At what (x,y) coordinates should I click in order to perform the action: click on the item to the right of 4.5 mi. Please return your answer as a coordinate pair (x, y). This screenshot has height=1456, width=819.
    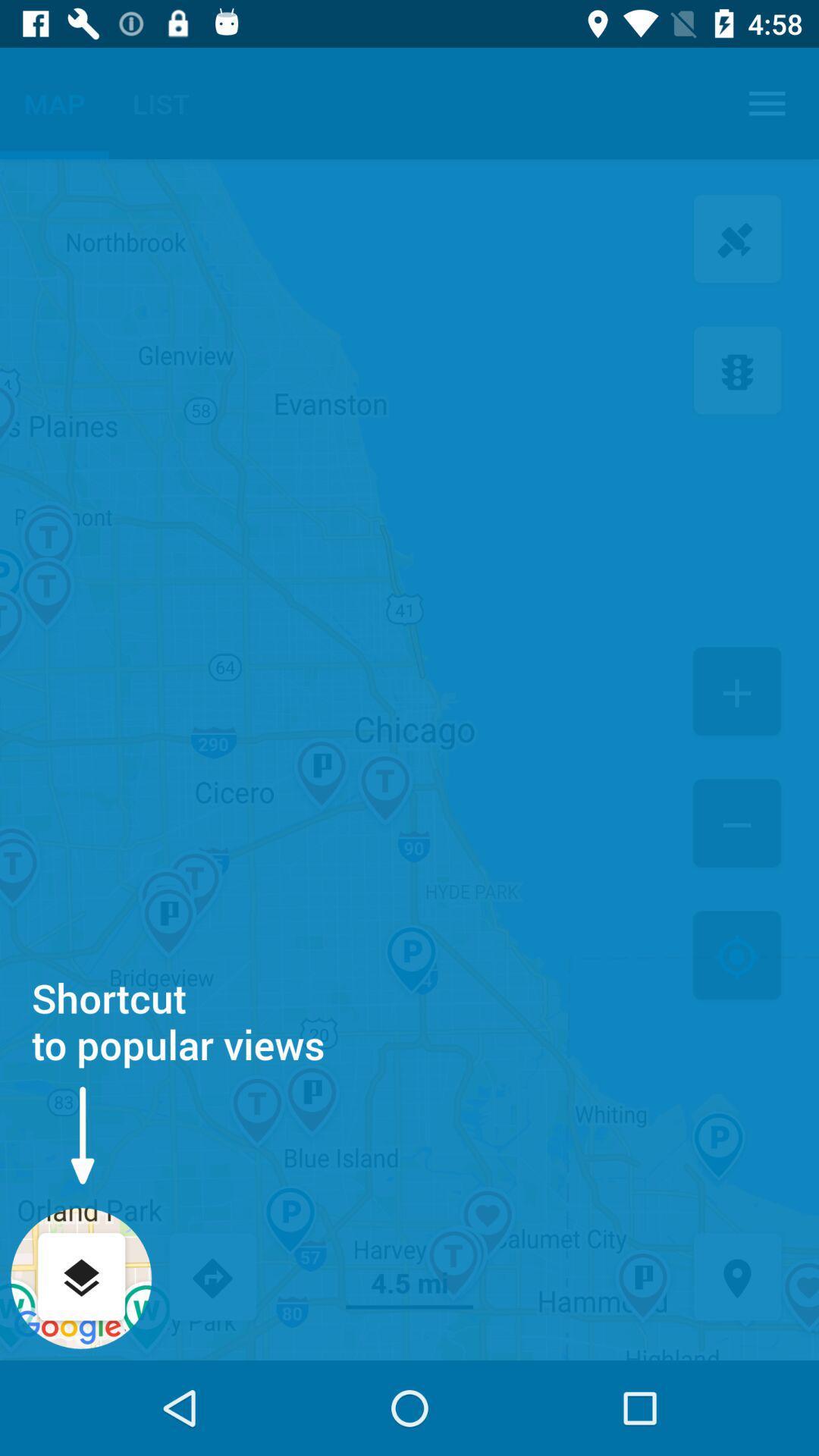
    Looking at the image, I should click on (736, 1278).